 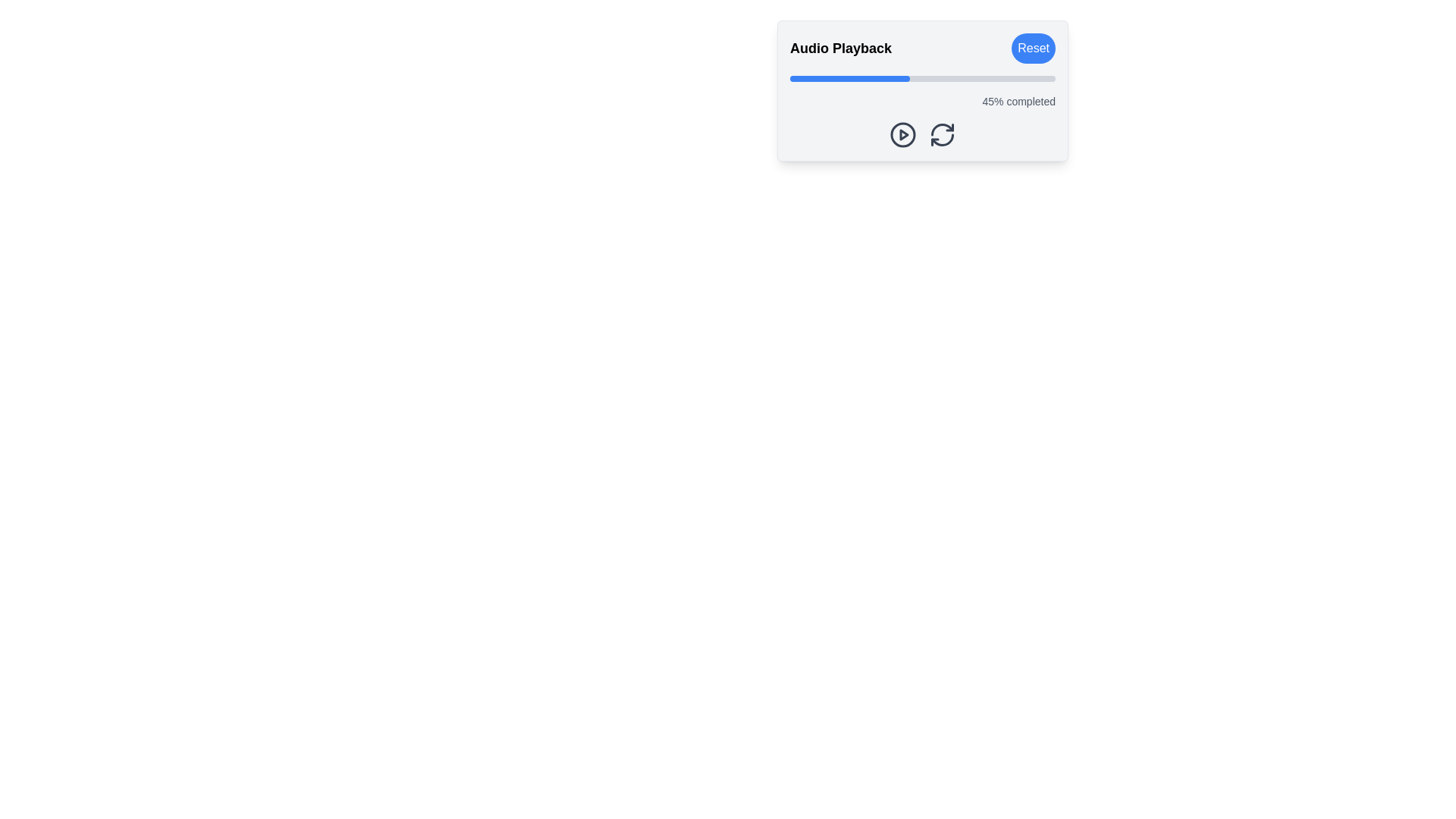 What do you see at coordinates (902, 133) in the screenshot?
I see `the circular play icon button styled in dark gray, which is the first interactive icon in a center-justified layout` at bounding box center [902, 133].